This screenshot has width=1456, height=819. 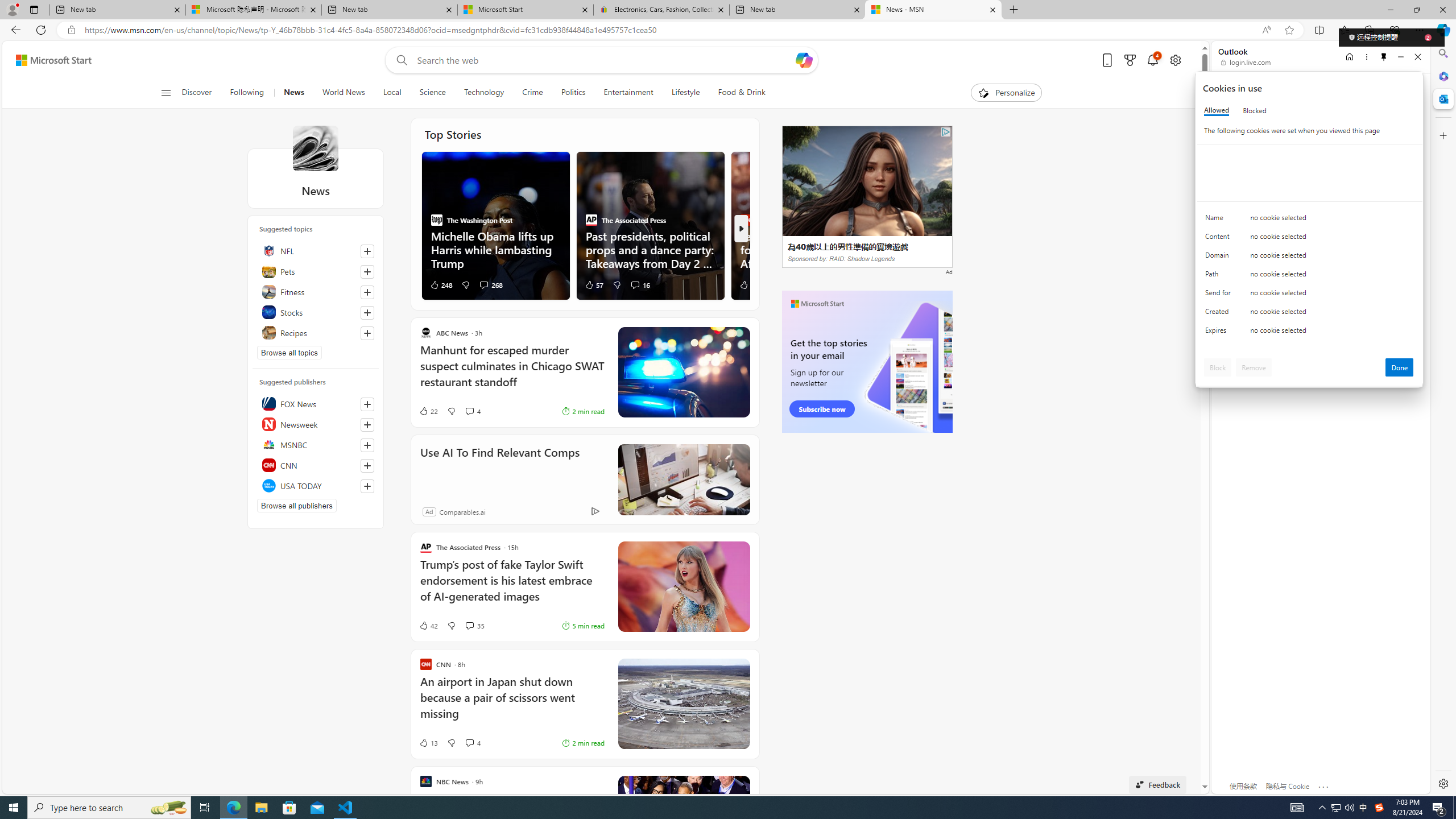 What do you see at coordinates (585, 479) in the screenshot?
I see `'Use AI To Find Relevant CompsAdComparables.ai'` at bounding box center [585, 479].